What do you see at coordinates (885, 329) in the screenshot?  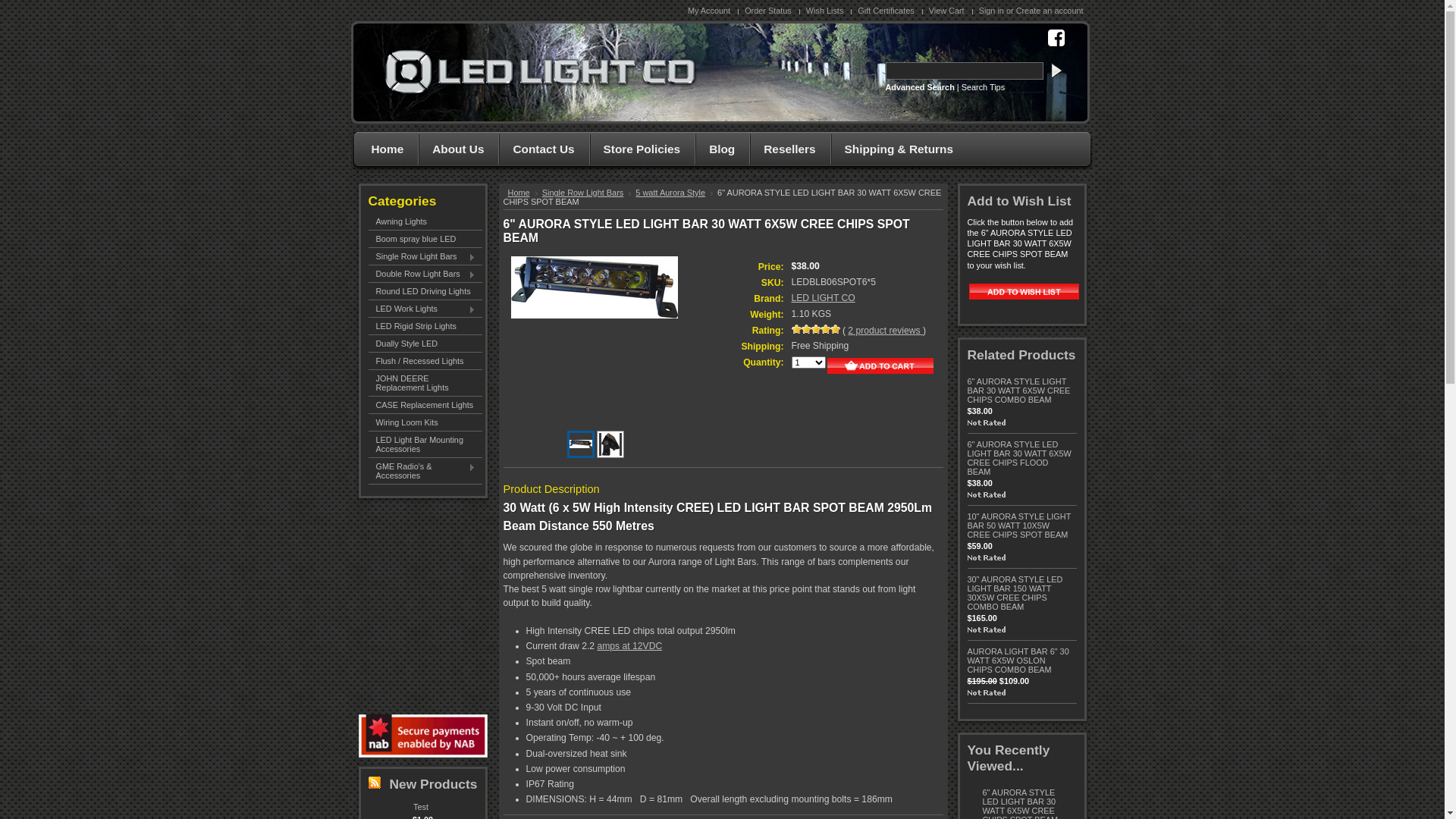 I see `'2 product reviews'` at bounding box center [885, 329].